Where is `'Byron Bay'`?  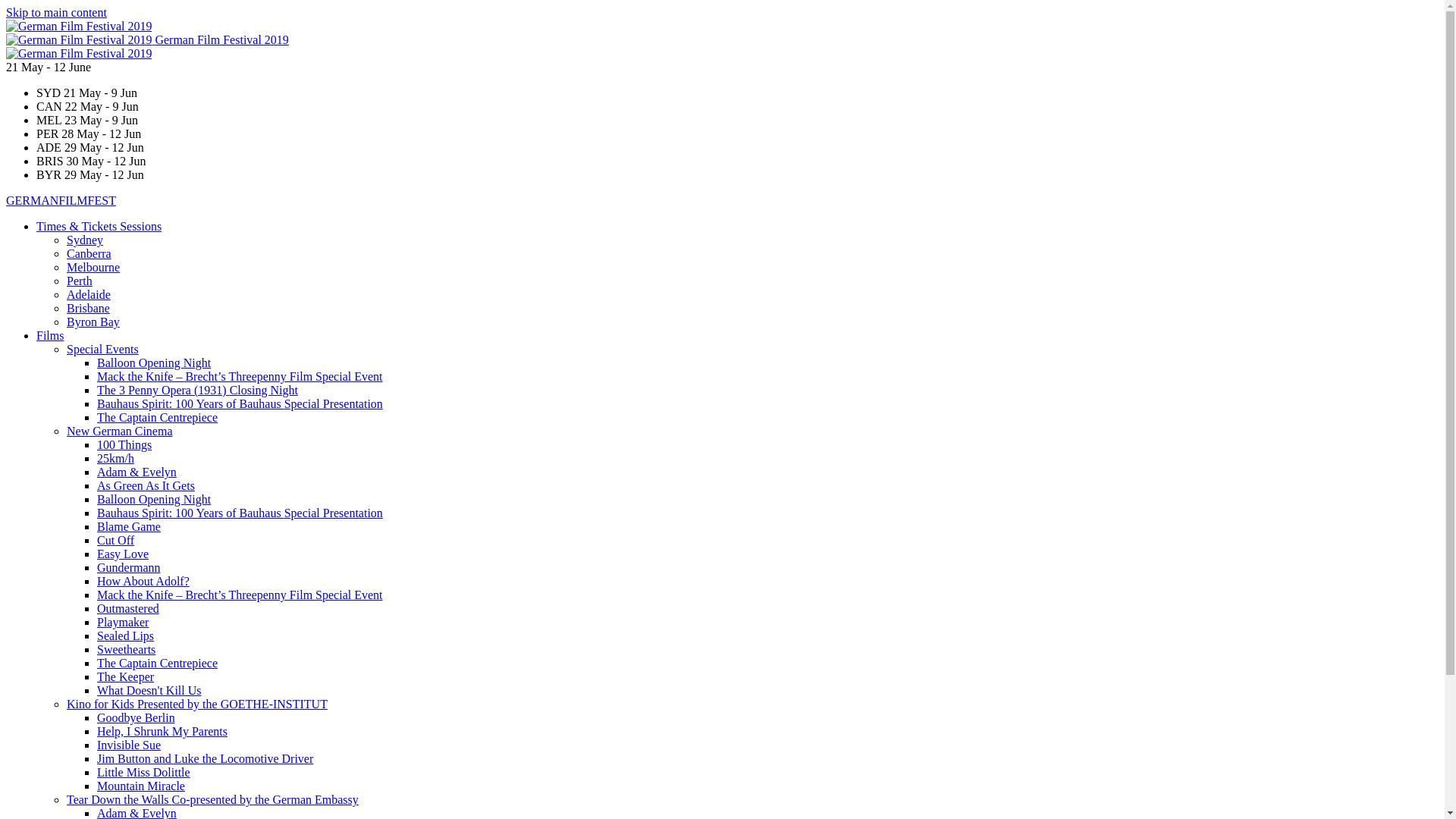 'Byron Bay' is located at coordinates (93, 321).